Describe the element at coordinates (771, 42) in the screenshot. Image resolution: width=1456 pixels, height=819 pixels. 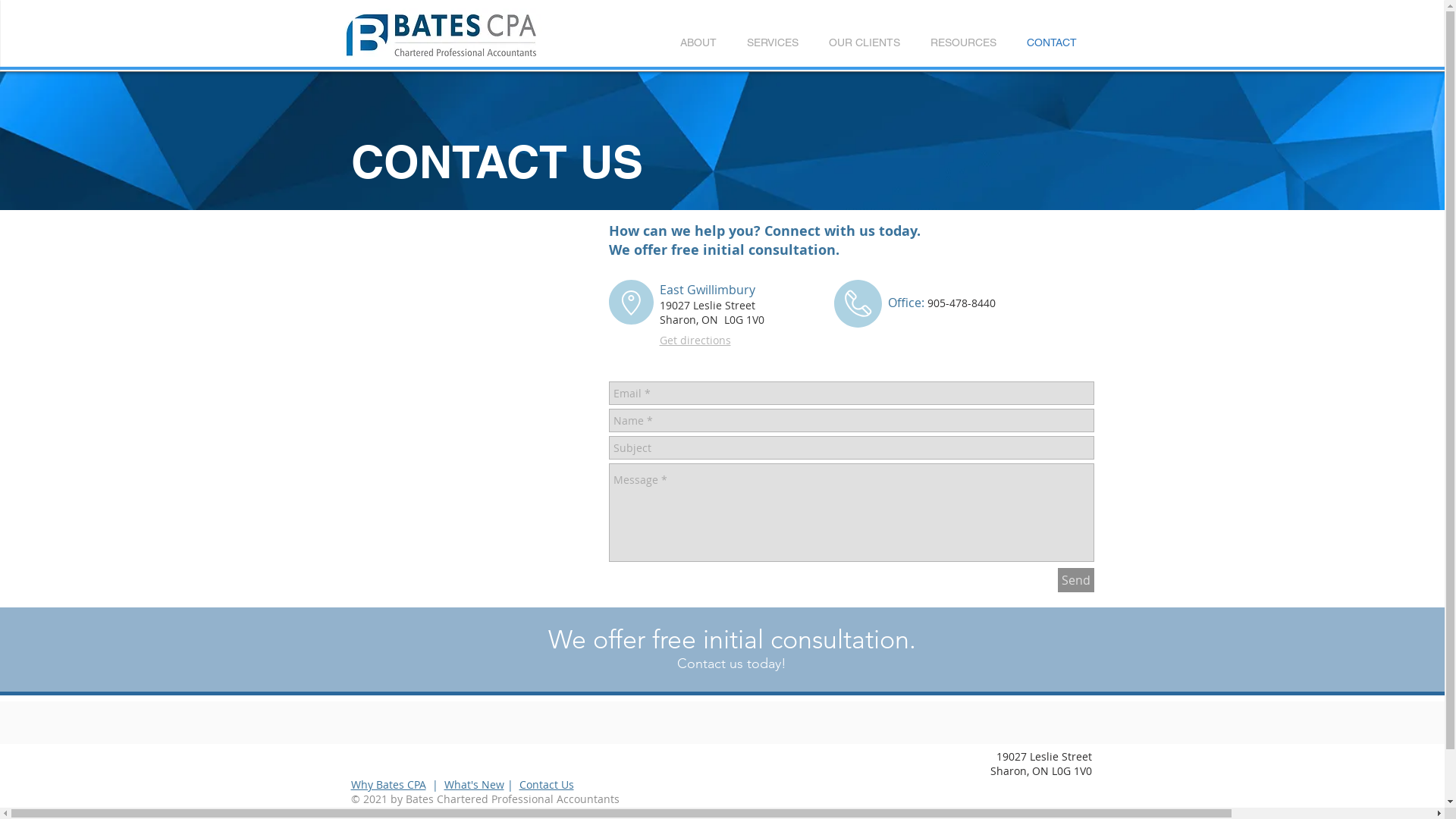
I see `'SERVICES'` at that location.